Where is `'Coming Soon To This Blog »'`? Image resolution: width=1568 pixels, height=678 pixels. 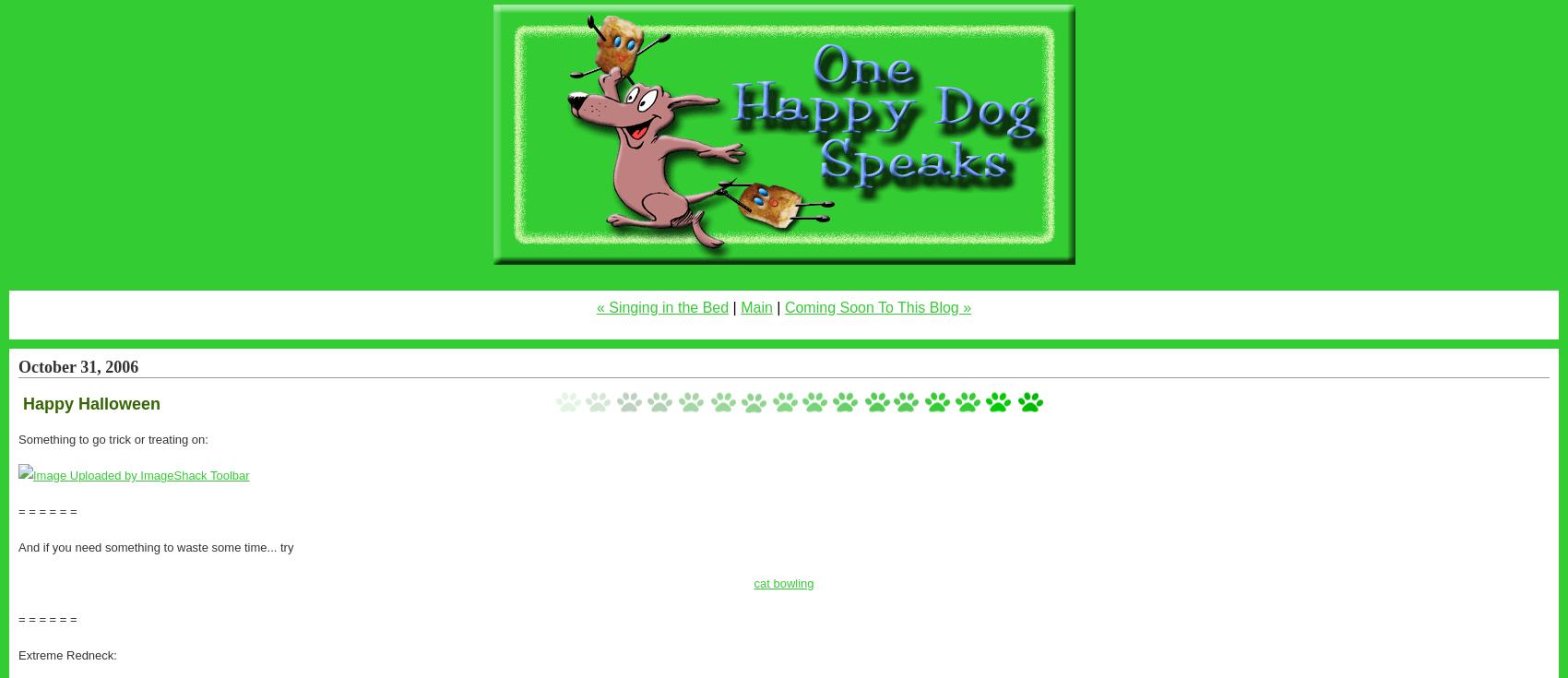 'Coming Soon To This Blog »' is located at coordinates (877, 306).